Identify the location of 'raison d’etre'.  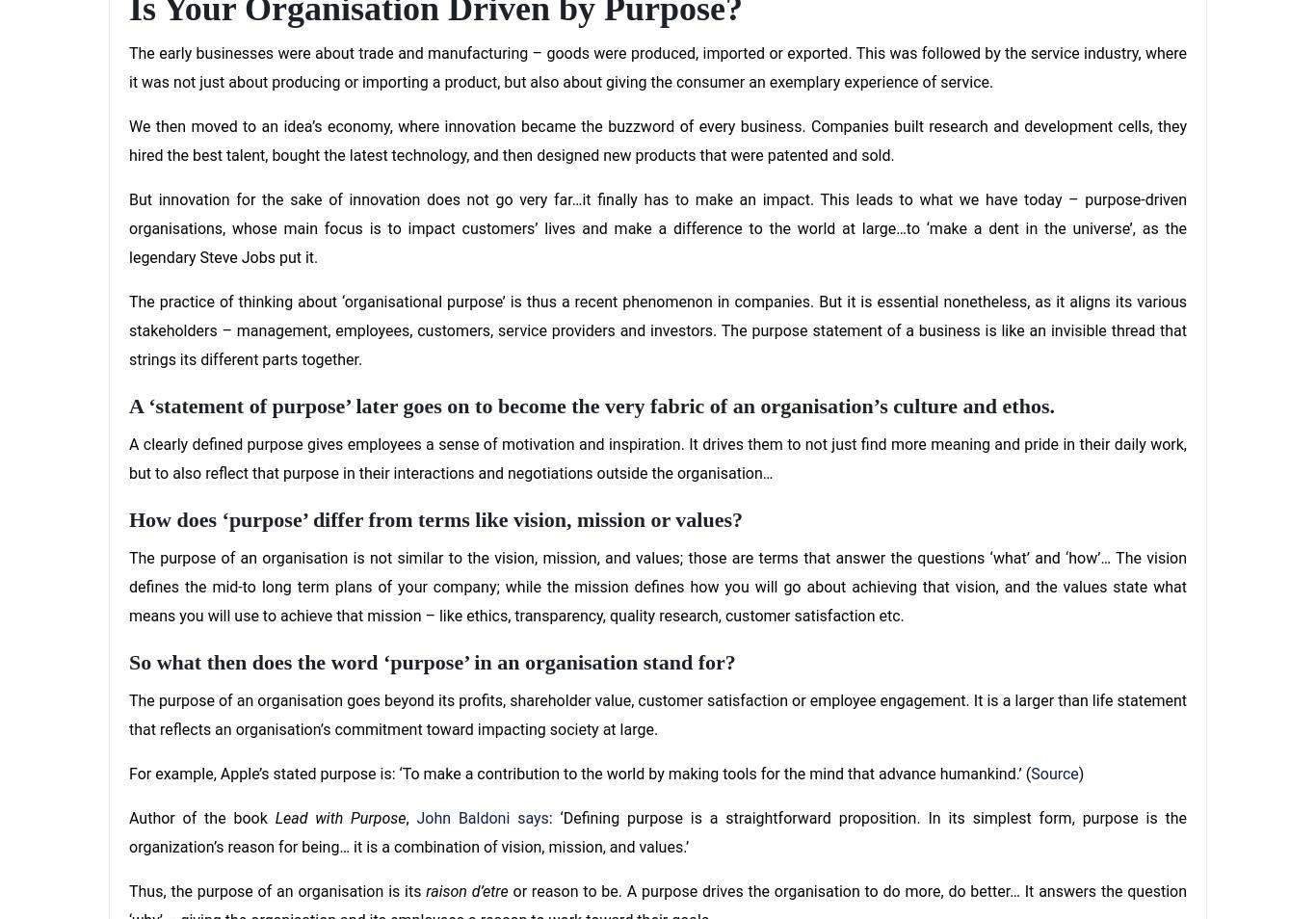
(425, 890).